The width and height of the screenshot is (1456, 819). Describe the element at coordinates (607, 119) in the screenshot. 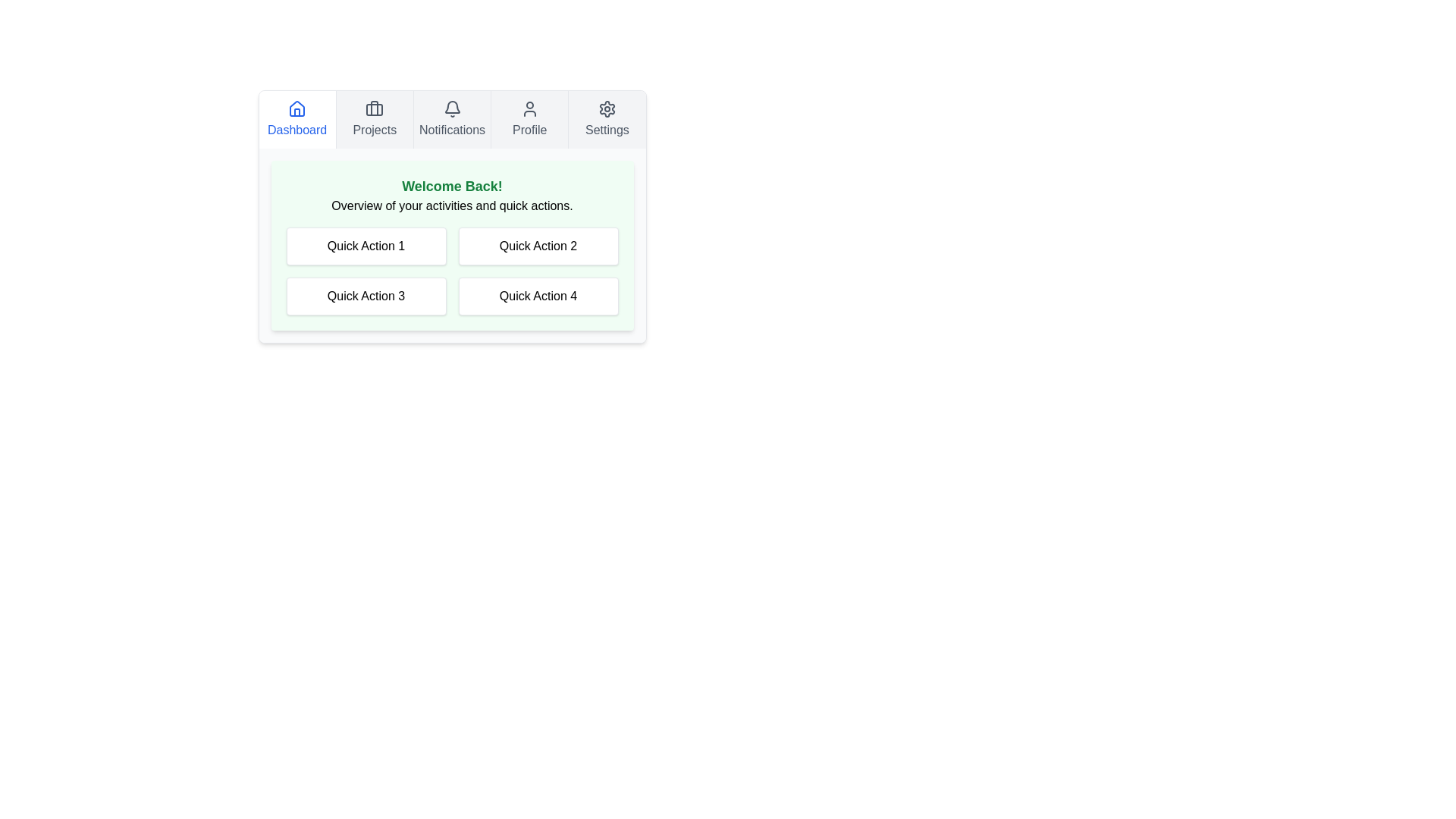

I see `the Settings entry point element` at that location.